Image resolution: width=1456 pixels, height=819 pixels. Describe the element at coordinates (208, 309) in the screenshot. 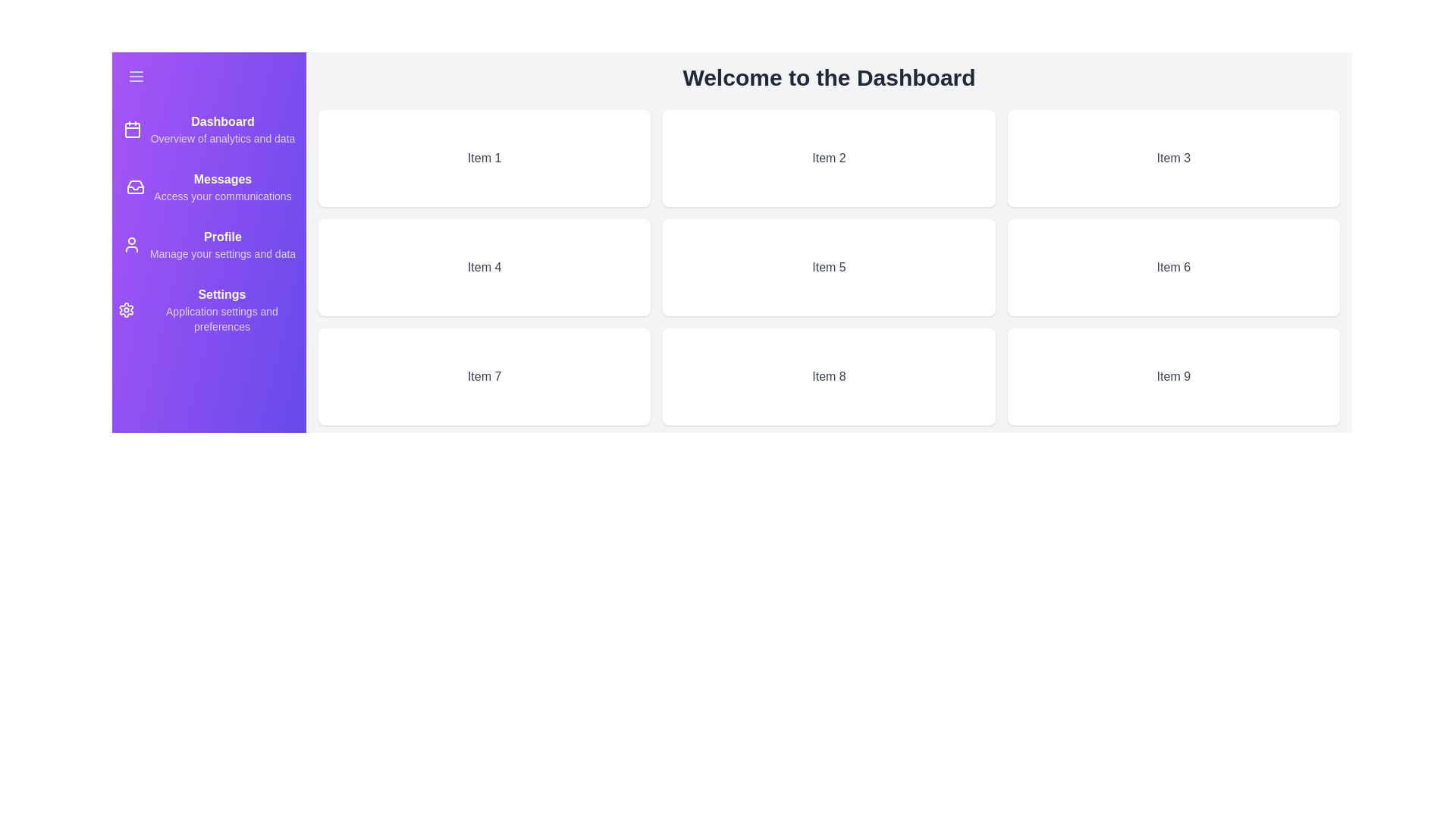

I see `the 'Settings' navigation item in the drawer` at that location.